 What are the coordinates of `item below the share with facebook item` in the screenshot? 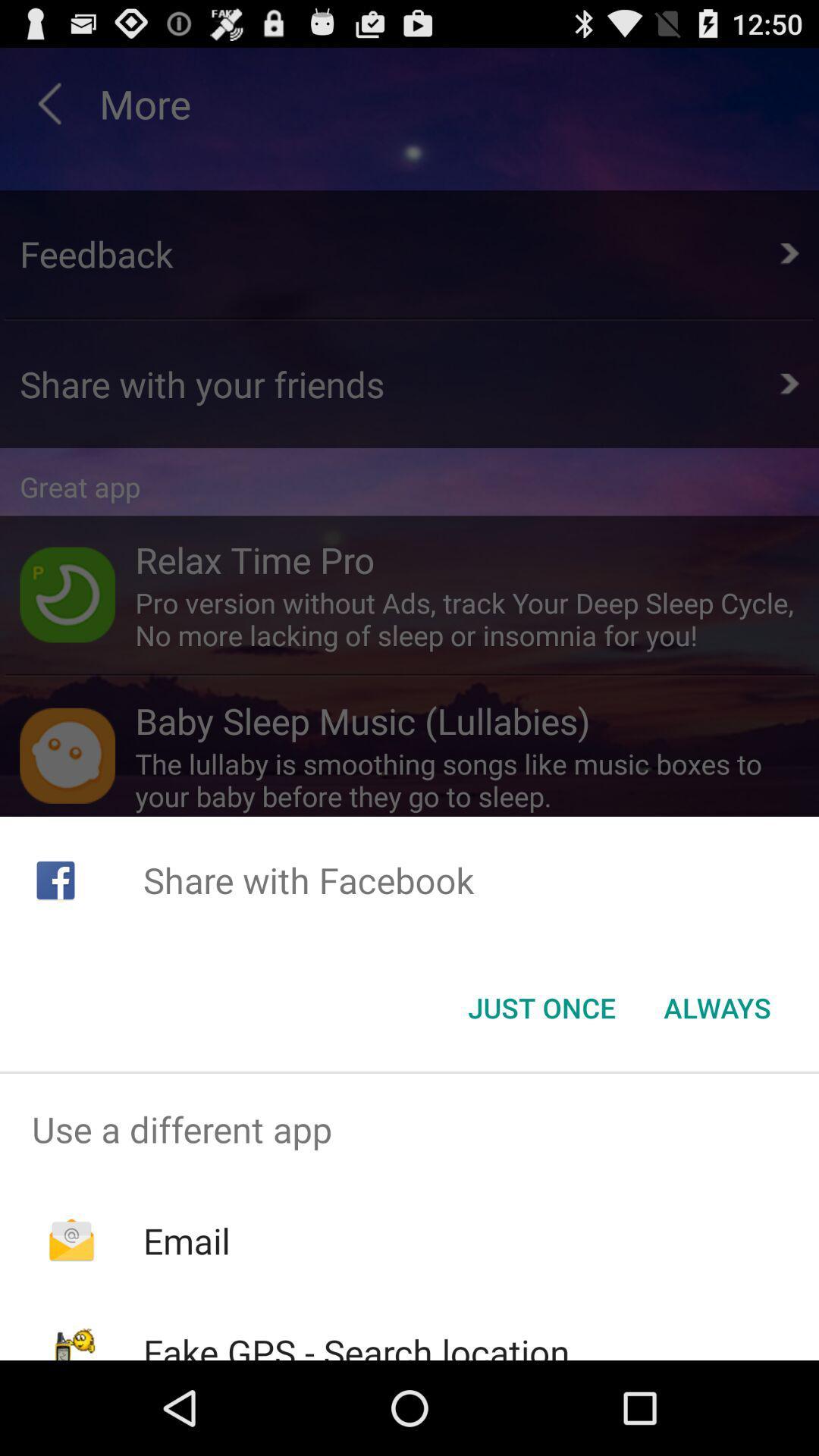 It's located at (717, 1008).